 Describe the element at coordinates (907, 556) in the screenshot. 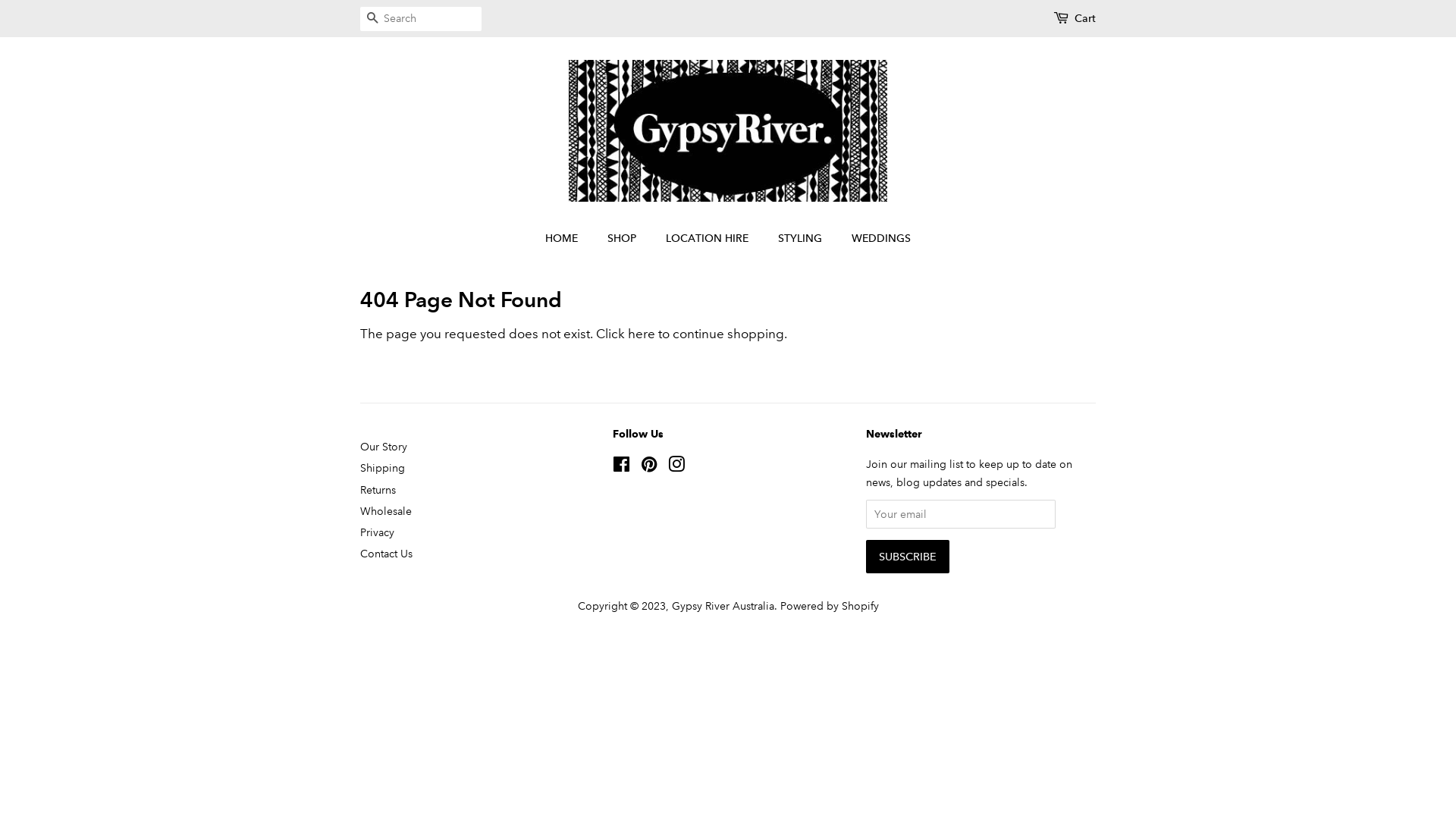

I see `'Subscribe'` at that location.